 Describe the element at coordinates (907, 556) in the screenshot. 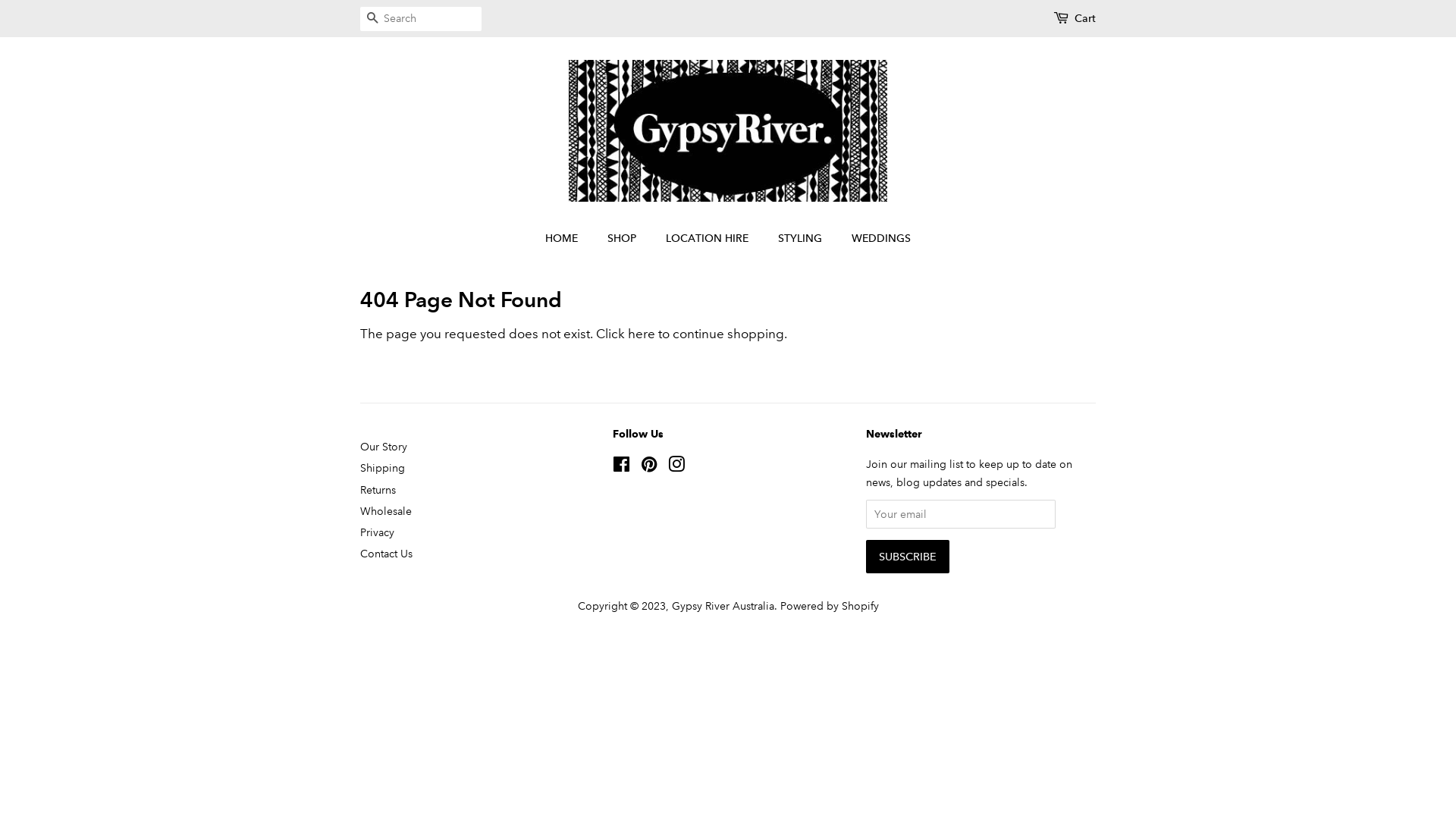

I see `'Subscribe'` at that location.